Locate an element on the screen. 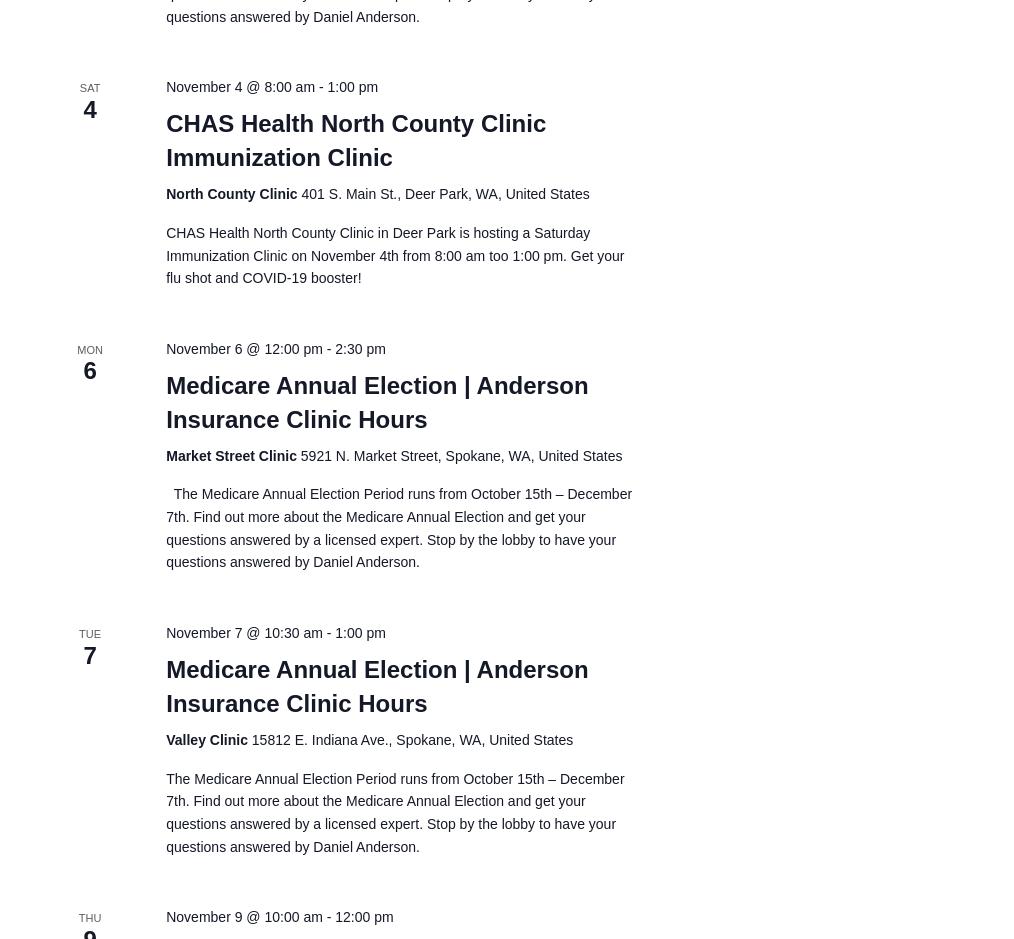  'Market Street Clinic' is located at coordinates (165, 455).